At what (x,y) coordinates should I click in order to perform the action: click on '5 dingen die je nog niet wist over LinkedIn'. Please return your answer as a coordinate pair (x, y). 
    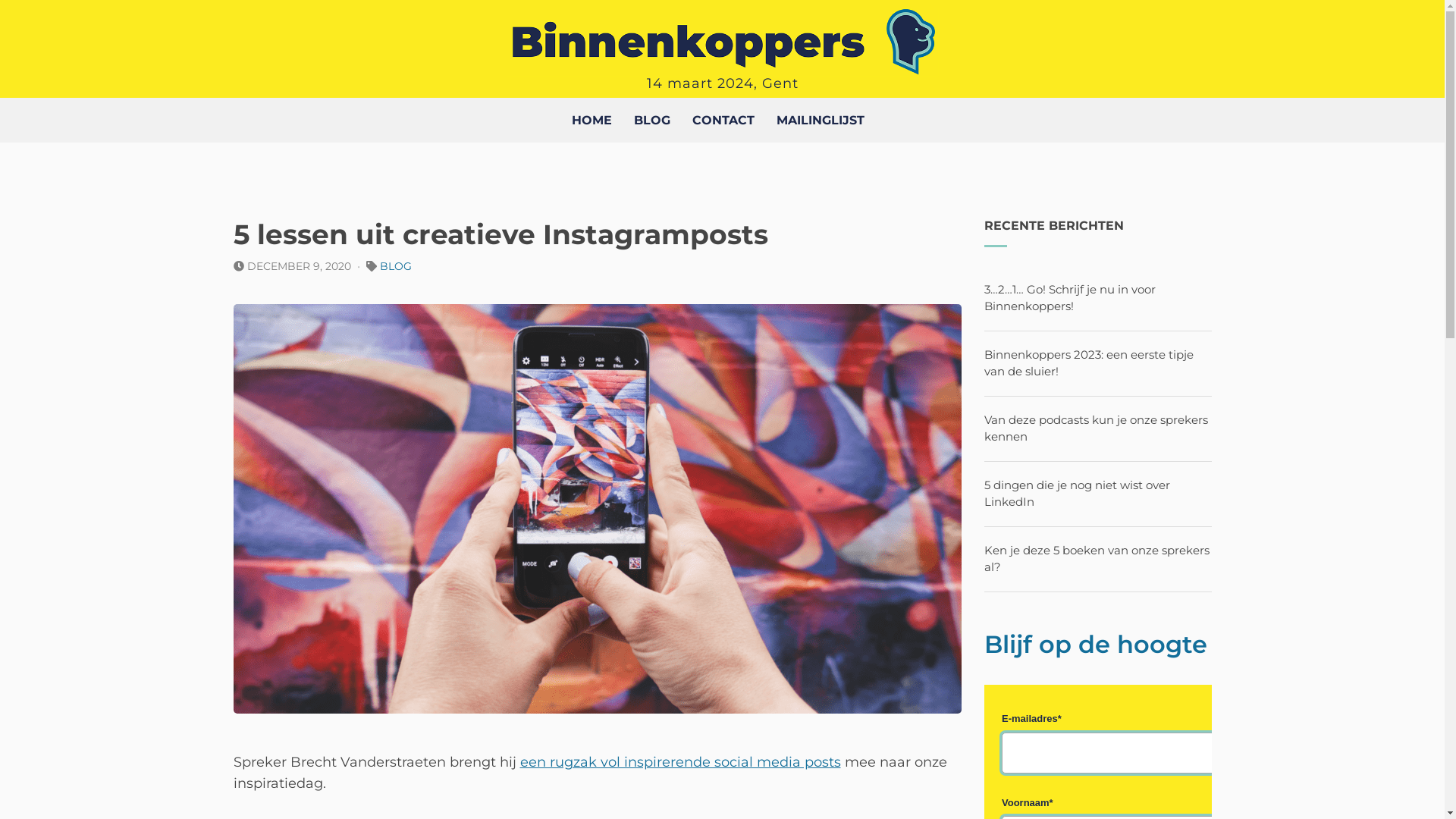
    Looking at the image, I should click on (1076, 494).